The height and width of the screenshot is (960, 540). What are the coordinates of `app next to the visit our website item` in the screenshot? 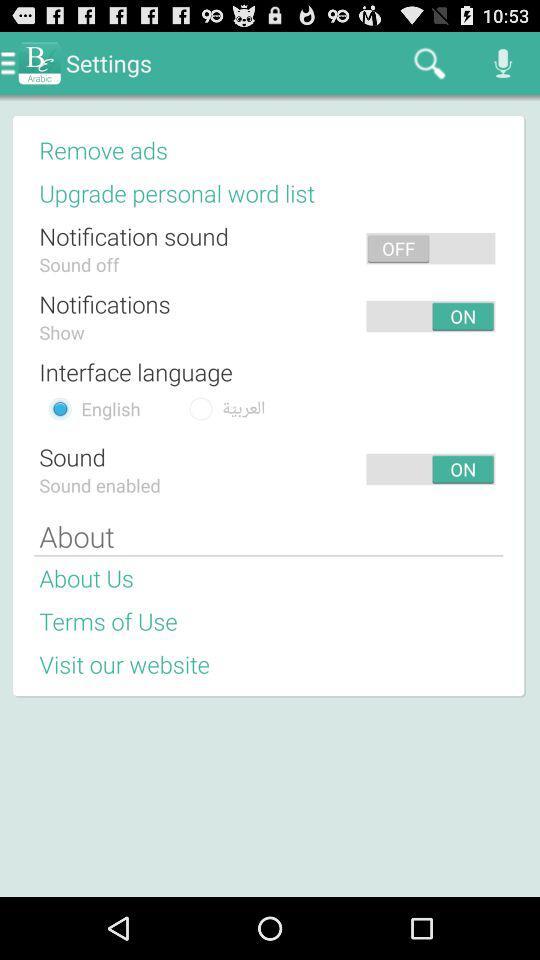 It's located at (358, 664).